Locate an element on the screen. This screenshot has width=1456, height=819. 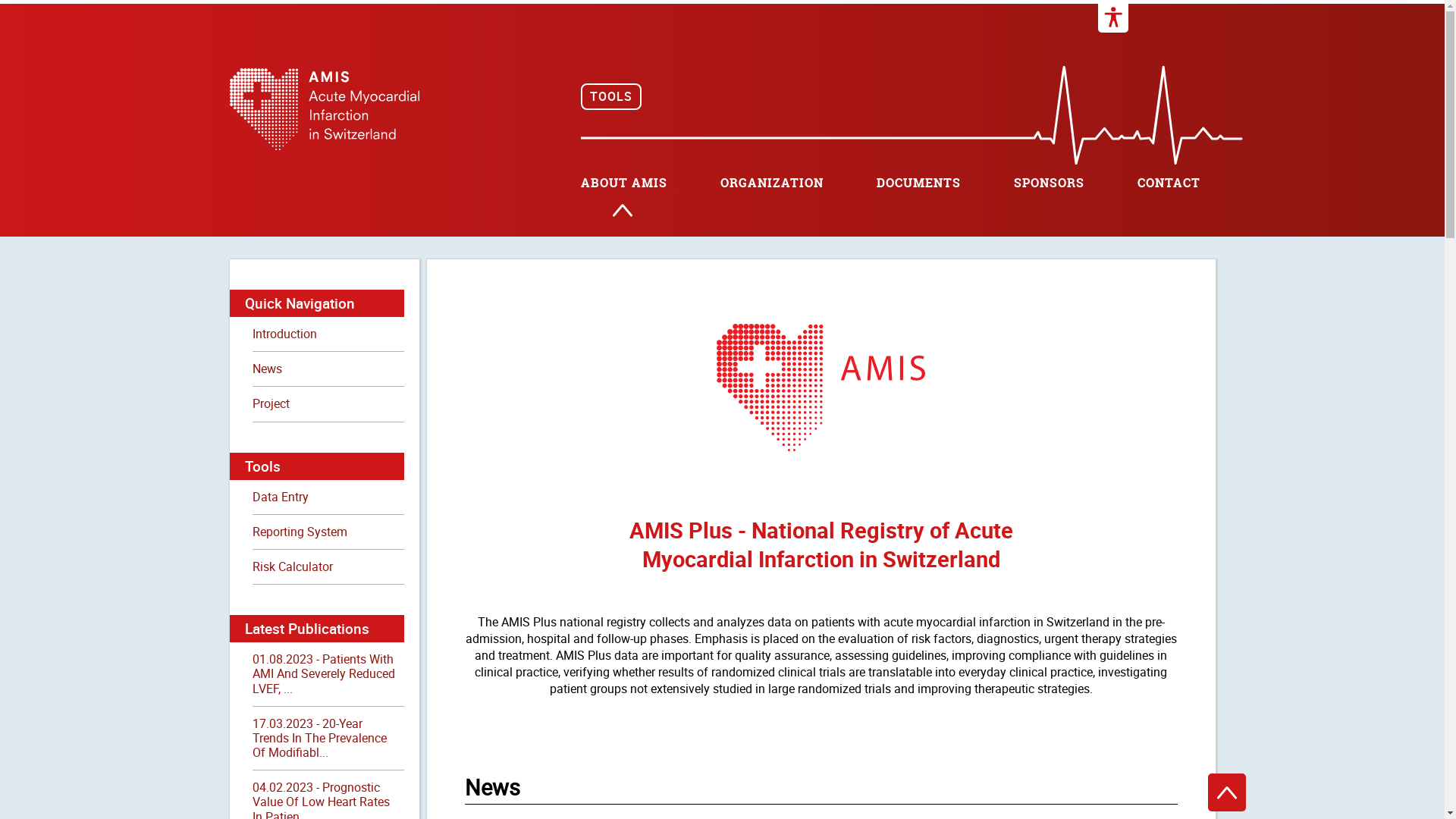
'Reporting System' is located at coordinates (327, 531).